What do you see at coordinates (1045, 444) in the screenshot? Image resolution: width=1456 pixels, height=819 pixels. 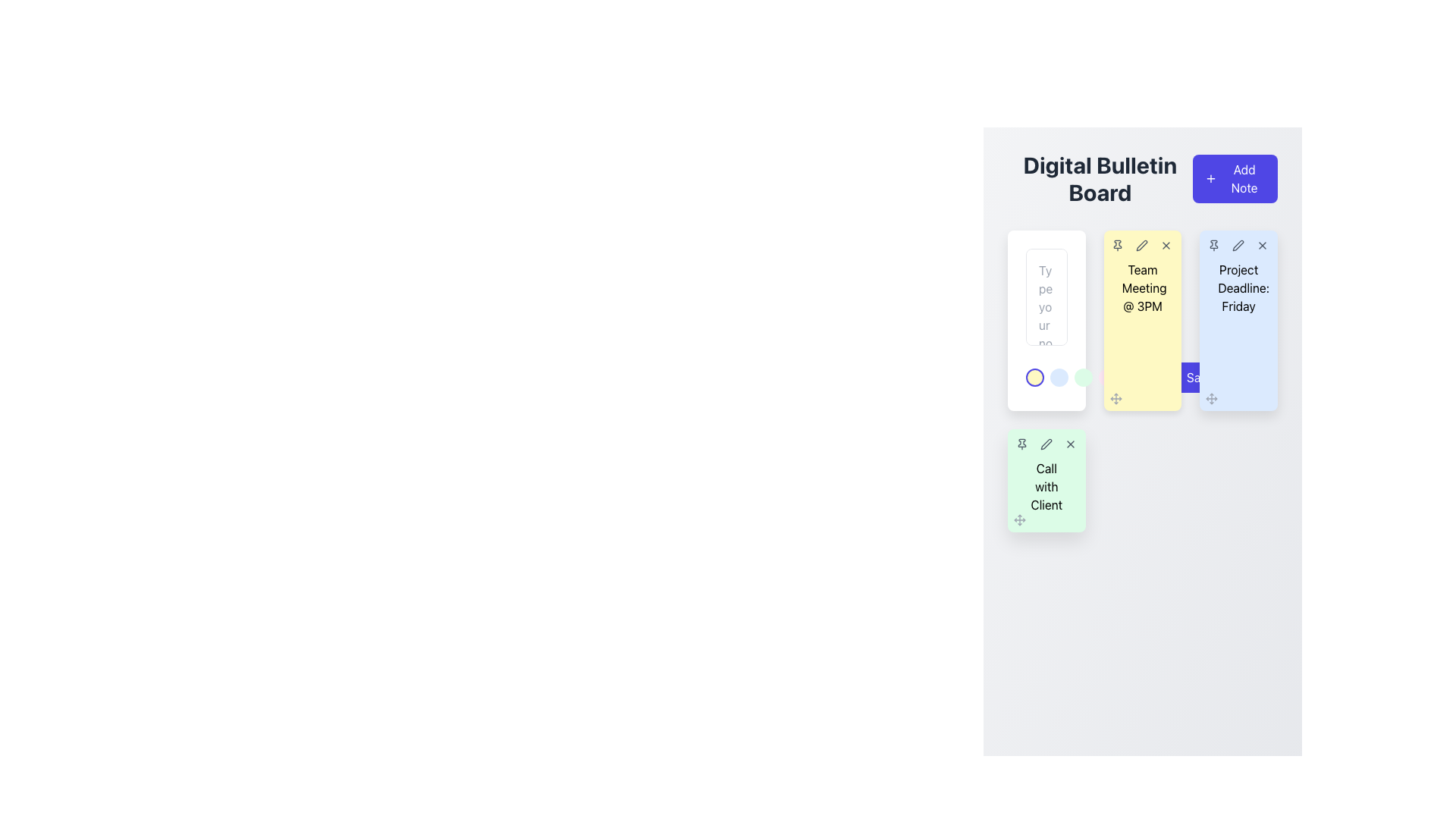 I see `the circular button with a pen icon, located at the top-right corner of the 'Call with Client' card` at bounding box center [1045, 444].